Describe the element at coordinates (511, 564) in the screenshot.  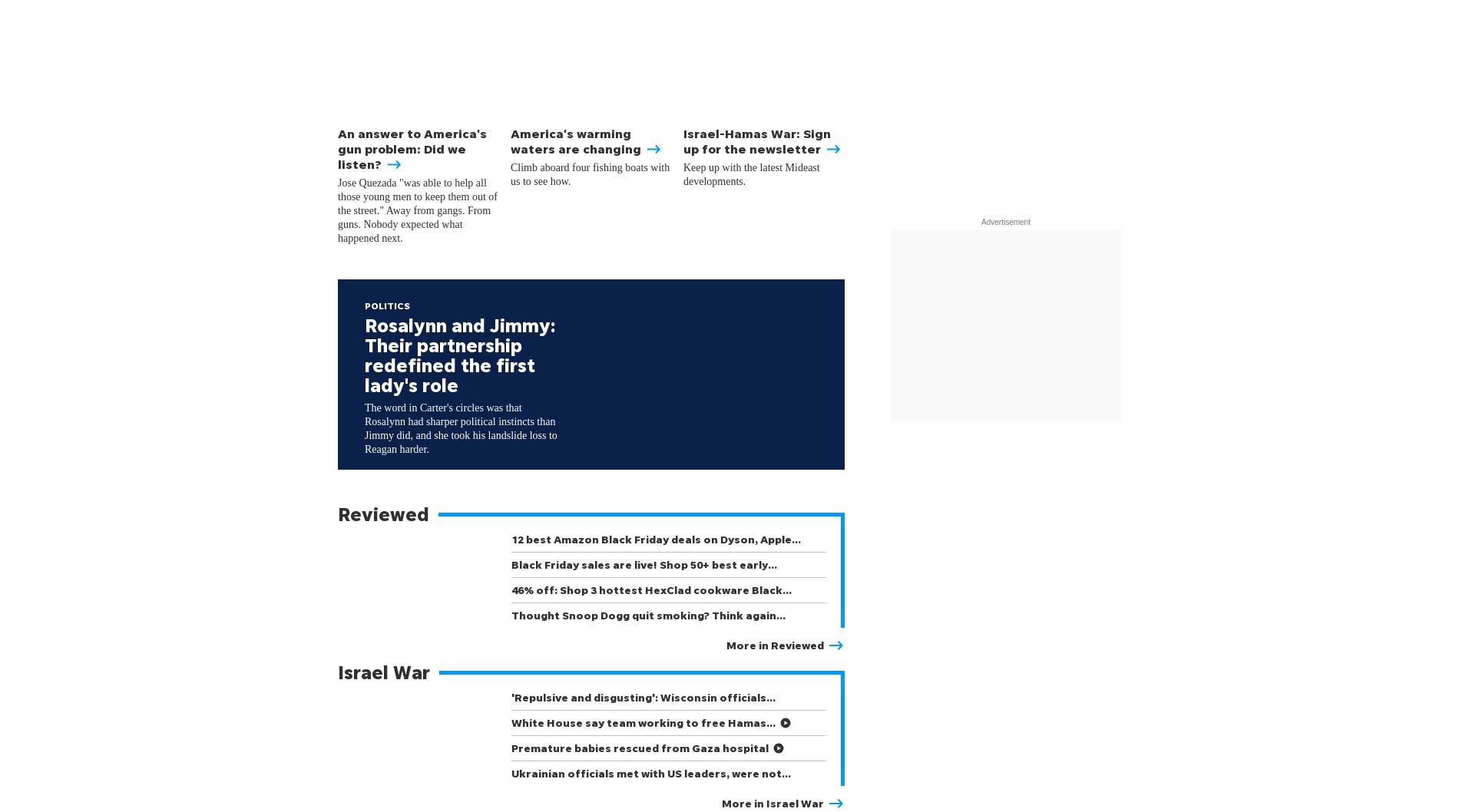
I see `'Black Friday sales are live! Shop 50+ best early…'` at that location.